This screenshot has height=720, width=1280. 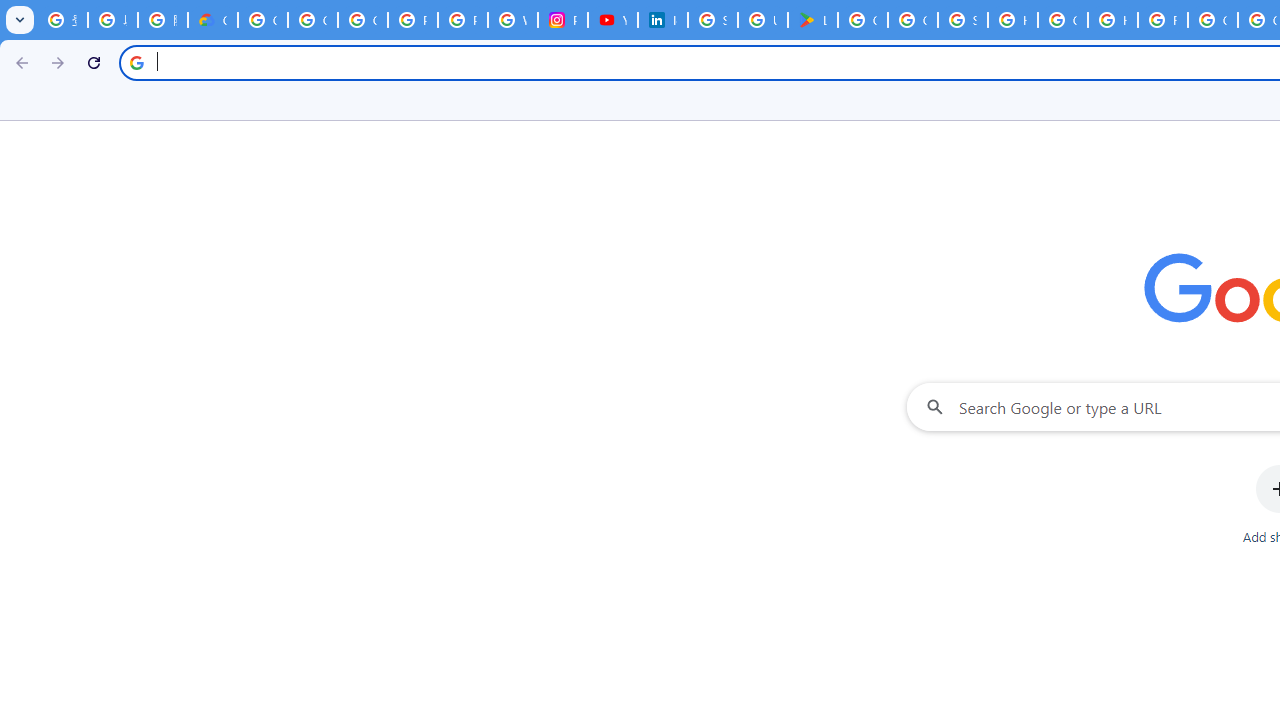 What do you see at coordinates (912, 20) in the screenshot?
I see `'Google Workspace - Specific Terms'` at bounding box center [912, 20].